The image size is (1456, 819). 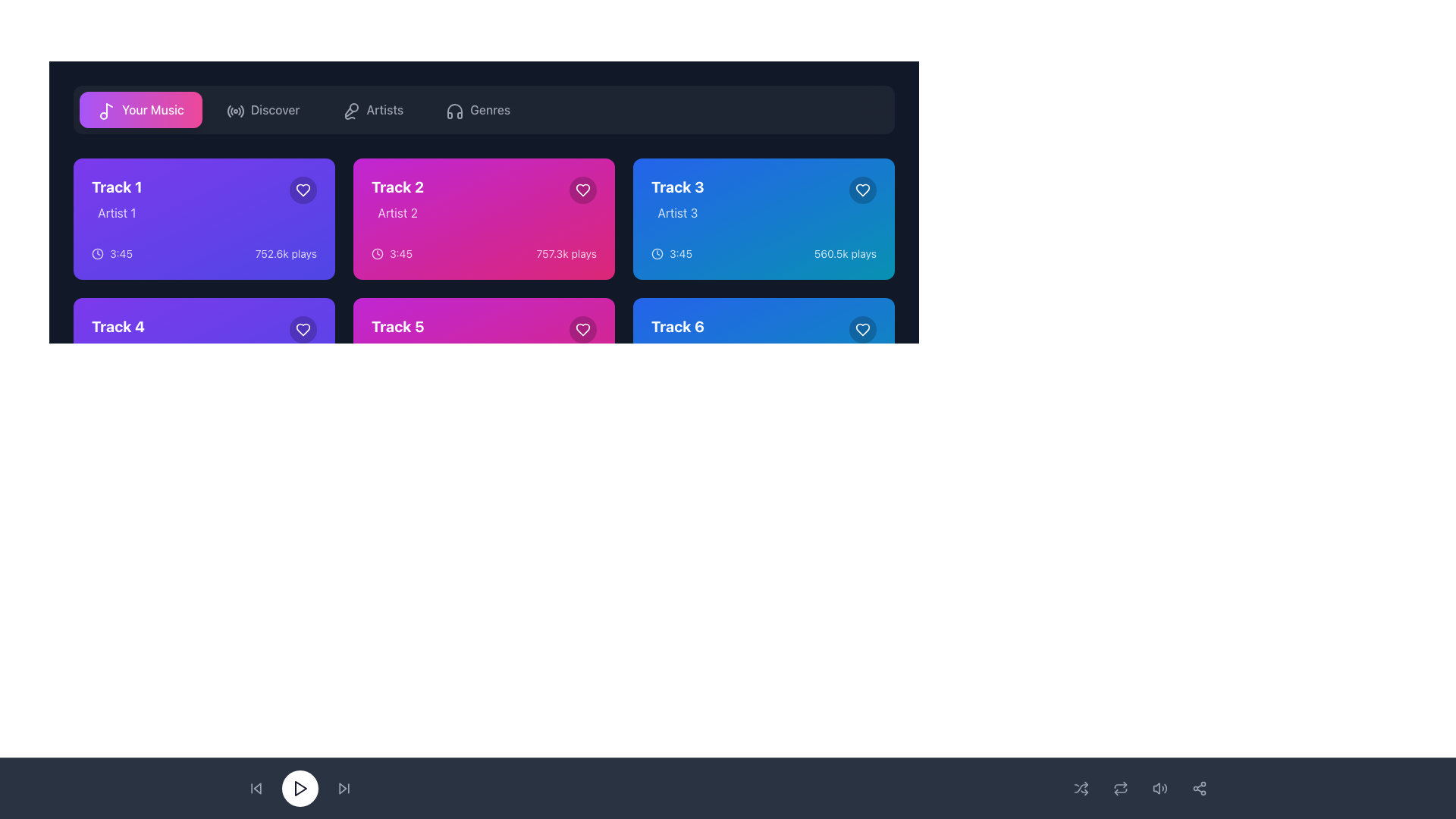 What do you see at coordinates (676, 338) in the screenshot?
I see `the text label displaying 'Track 6' in bold, large font, which is located inside the rightmost blue card in the bottom row of the grid layout` at bounding box center [676, 338].